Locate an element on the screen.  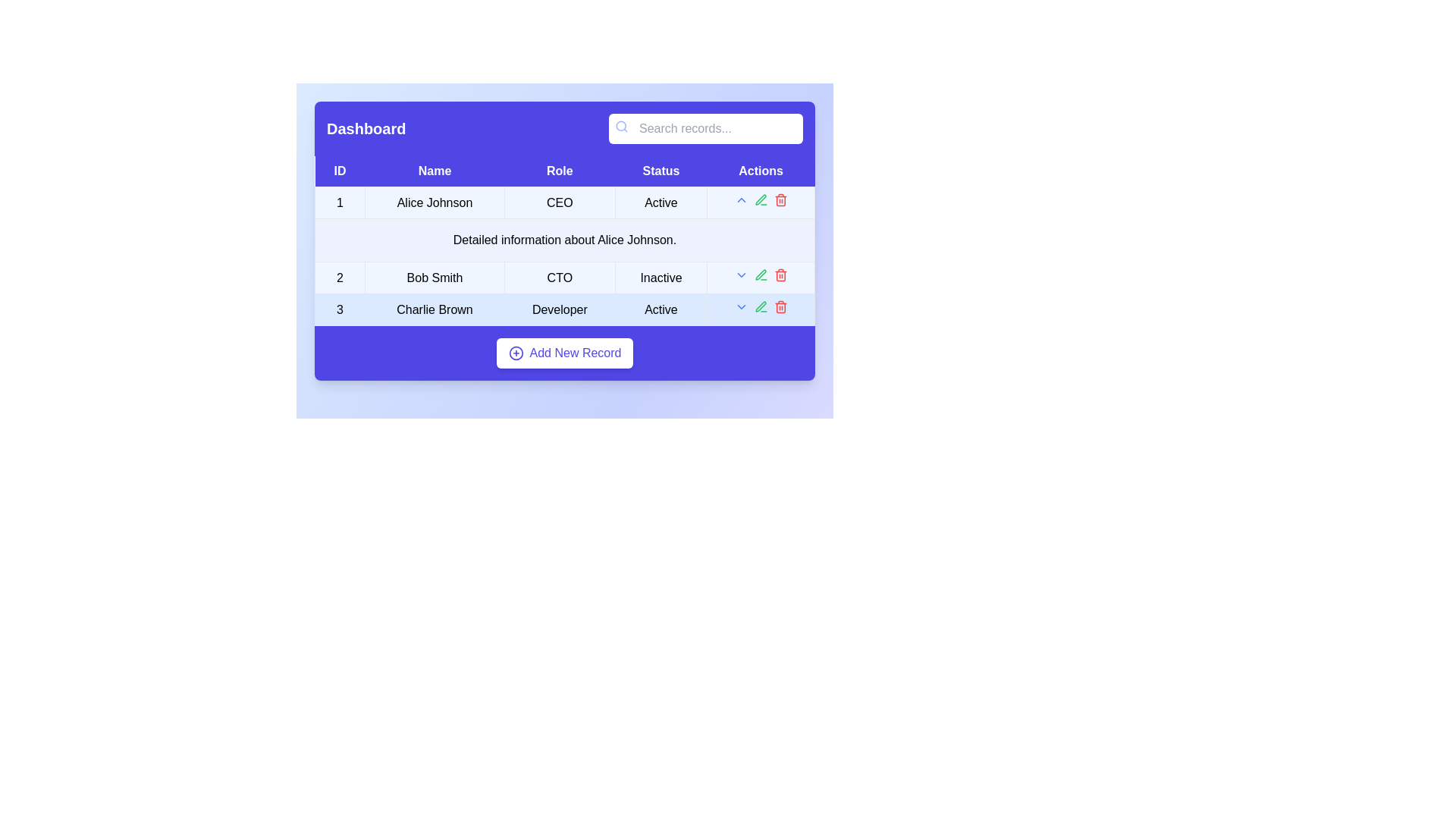
the text label displaying 'Bob Smith' located in the second row of the table under the 'Name' column, which is centrally aligned within its grid cell is located at coordinates (434, 278).